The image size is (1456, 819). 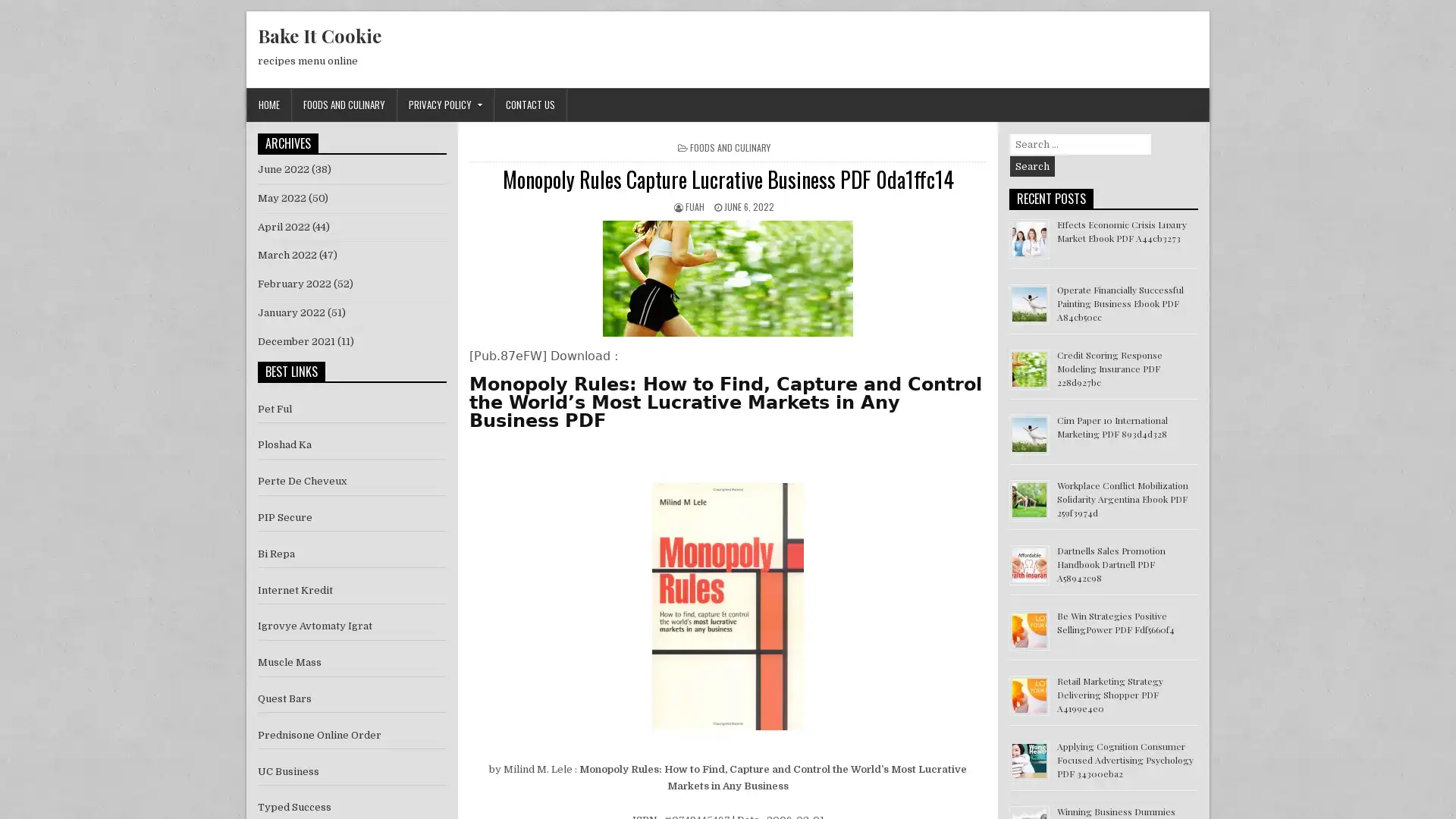 I want to click on Search, so click(x=1031, y=166).